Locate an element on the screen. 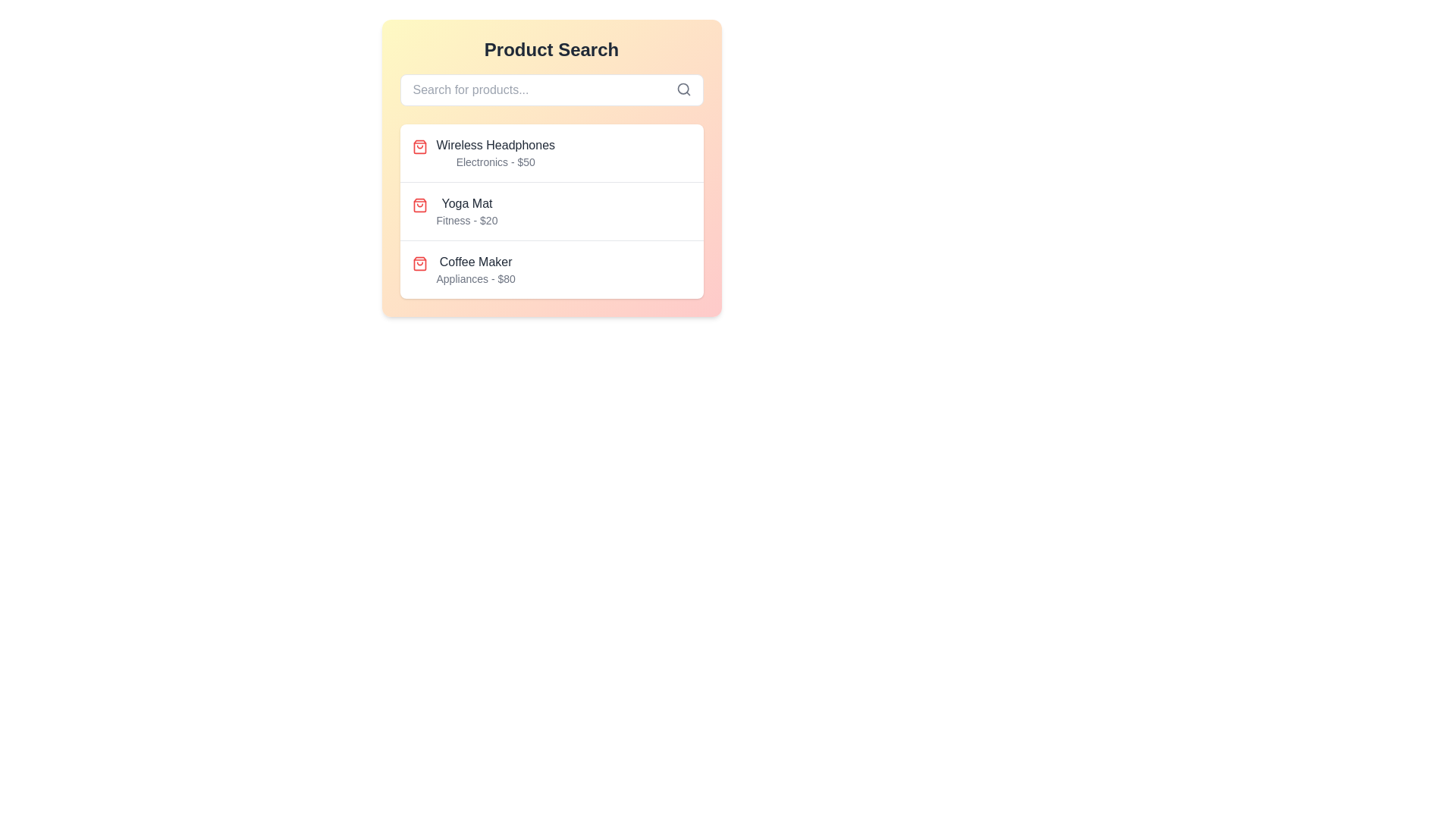 The width and height of the screenshot is (1456, 819). the text label reading 'Yoga Mat' in a bold dark gray font, which is the first line of text in the product list titled 'Product Search.' is located at coordinates (466, 203).